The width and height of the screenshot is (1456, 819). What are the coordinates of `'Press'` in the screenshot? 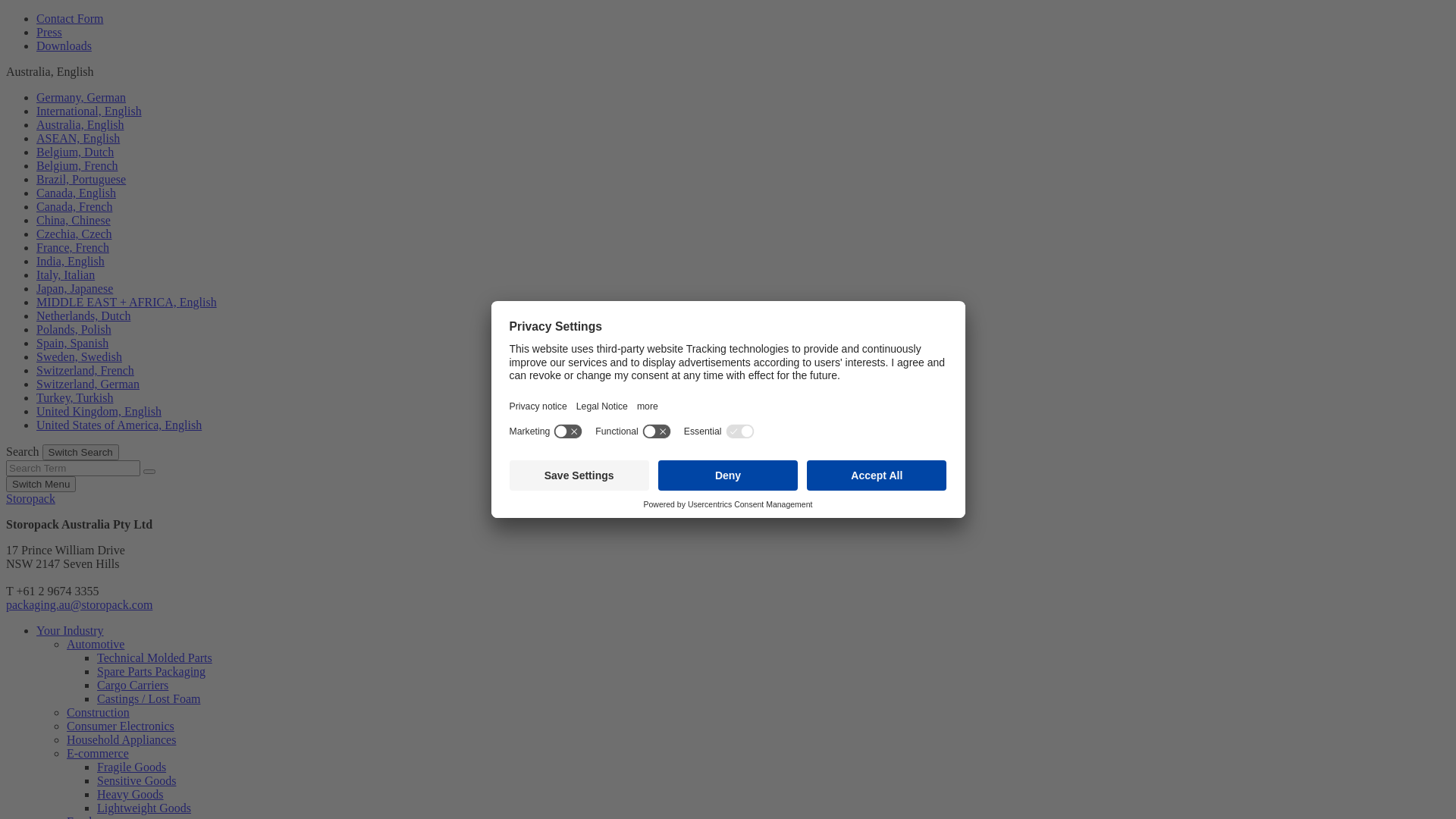 It's located at (49, 32).